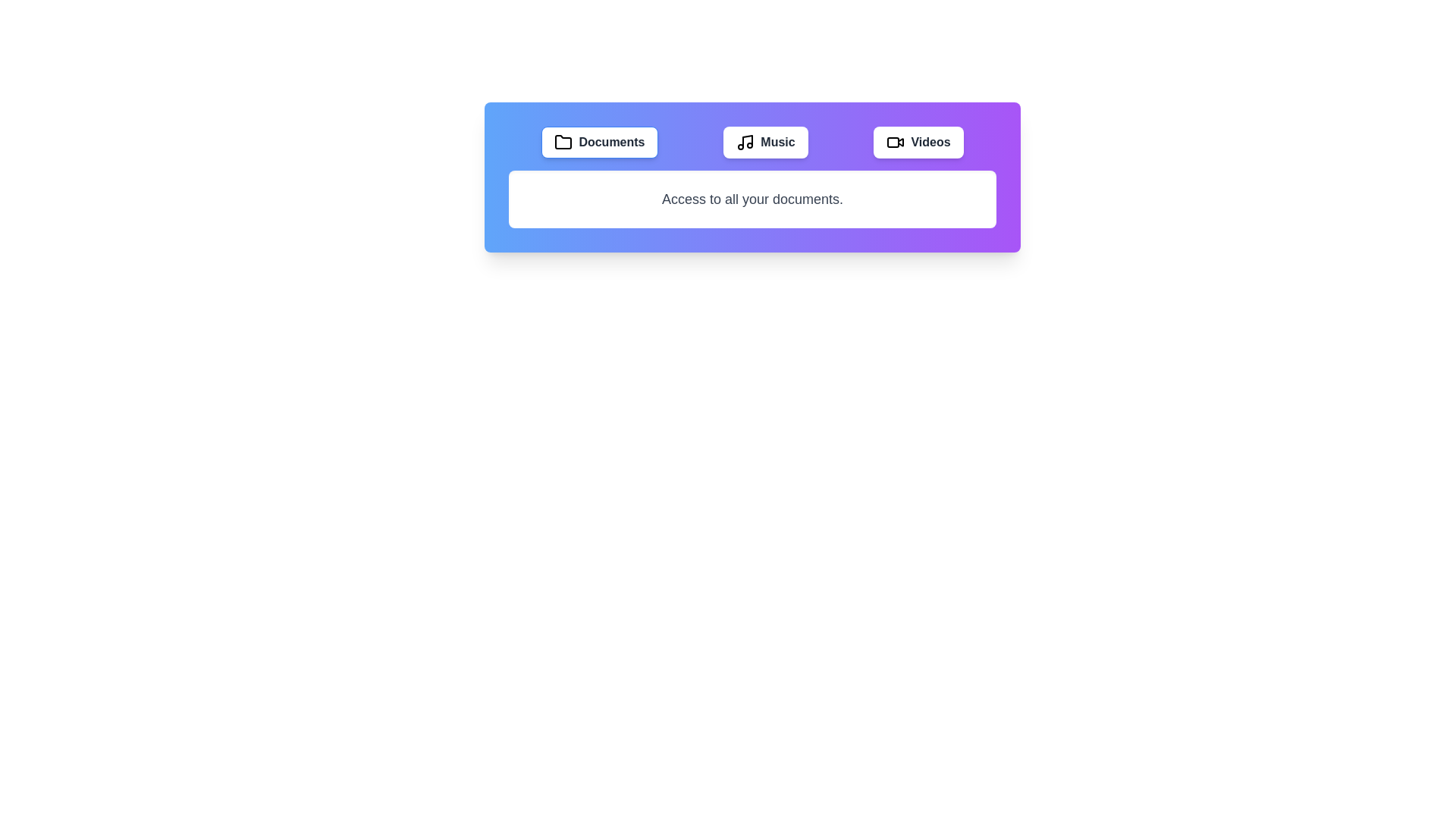 The width and height of the screenshot is (1456, 819). Describe the element at coordinates (765, 143) in the screenshot. I see `the tab labeled Music by clicking on its header` at that location.